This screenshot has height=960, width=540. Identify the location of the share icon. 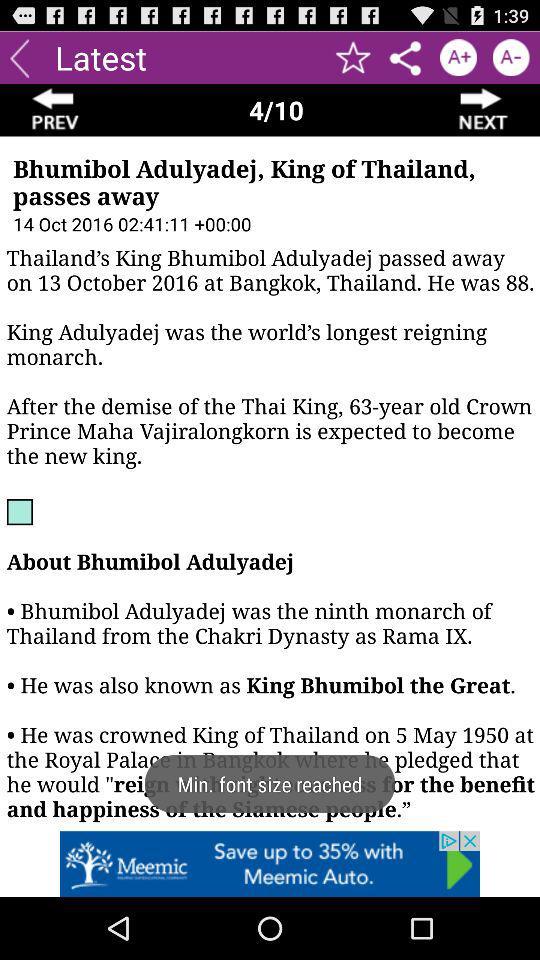
(405, 61).